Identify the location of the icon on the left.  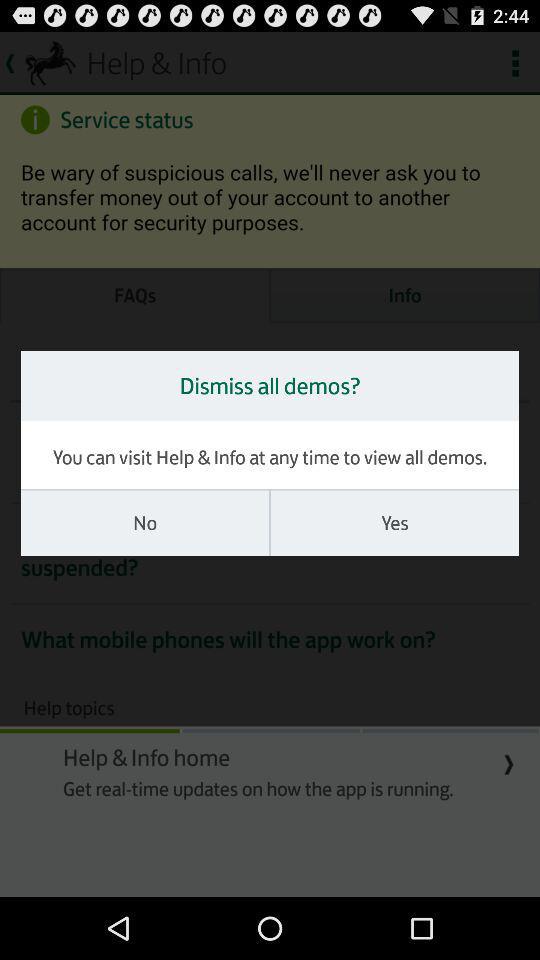
(144, 522).